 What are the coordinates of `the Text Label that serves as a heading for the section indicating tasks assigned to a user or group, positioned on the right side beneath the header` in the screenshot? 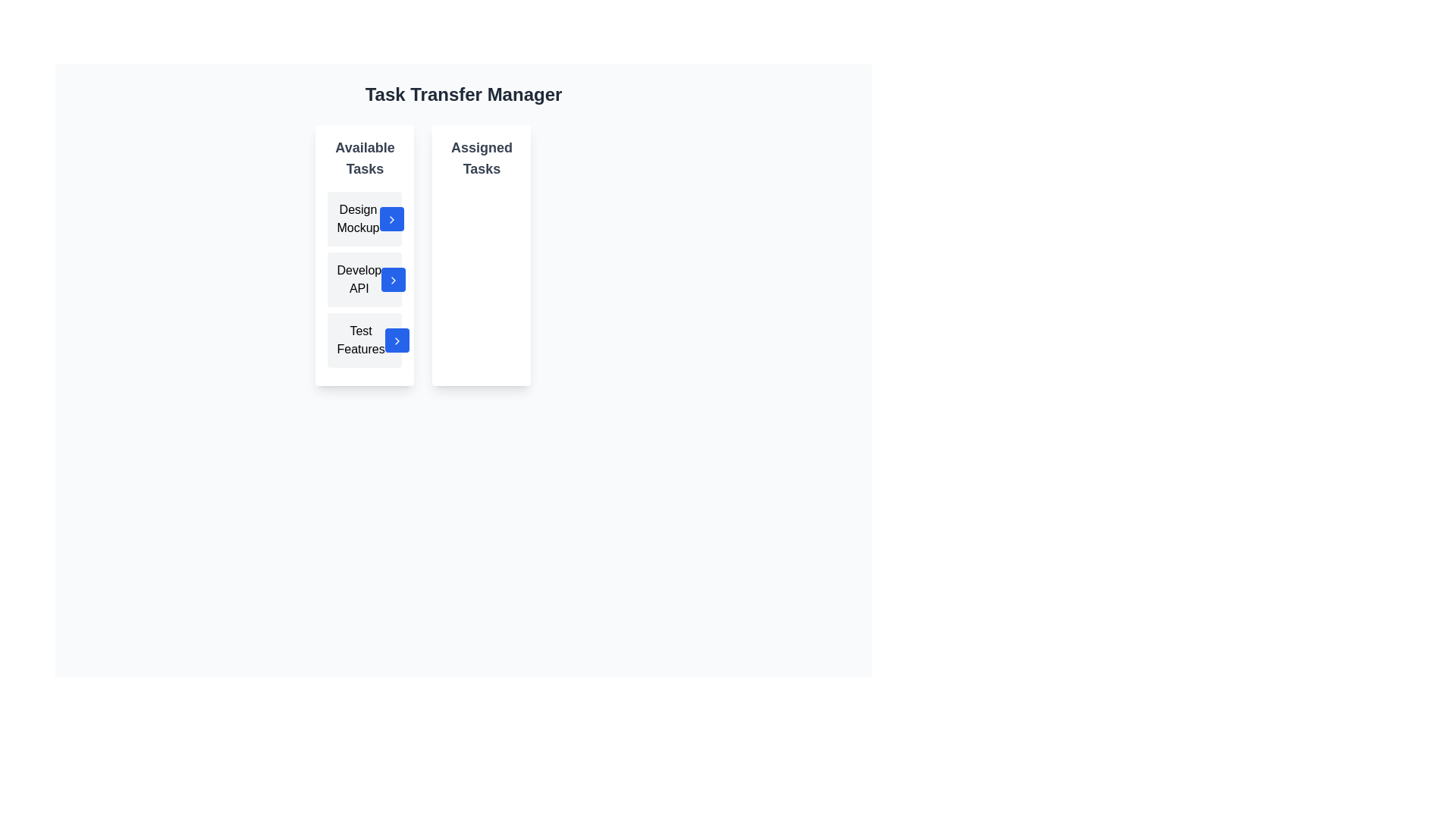 It's located at (481, 158).